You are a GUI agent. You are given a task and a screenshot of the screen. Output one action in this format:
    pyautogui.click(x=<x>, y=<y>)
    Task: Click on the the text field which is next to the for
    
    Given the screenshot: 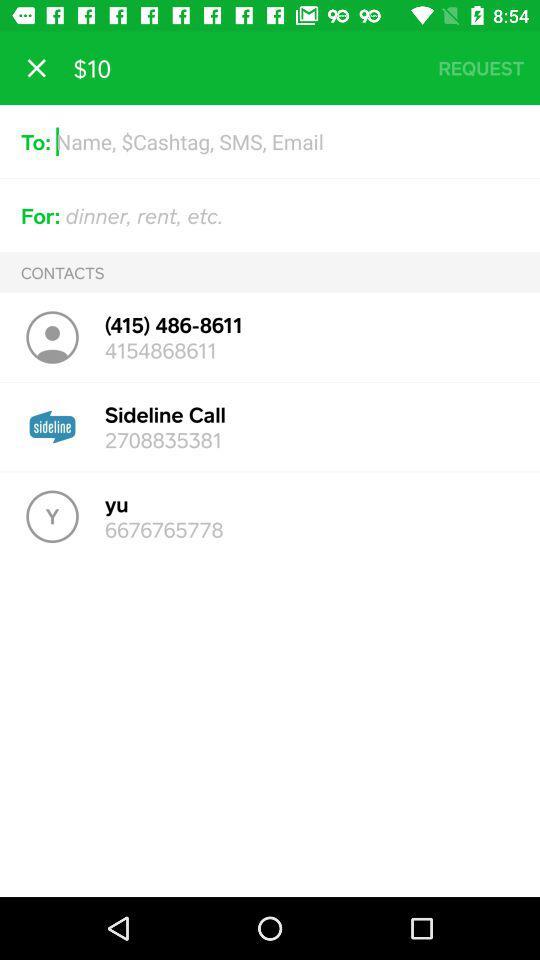 What is the action you would take?
    pyautogui.click(x=291, y=215)
    